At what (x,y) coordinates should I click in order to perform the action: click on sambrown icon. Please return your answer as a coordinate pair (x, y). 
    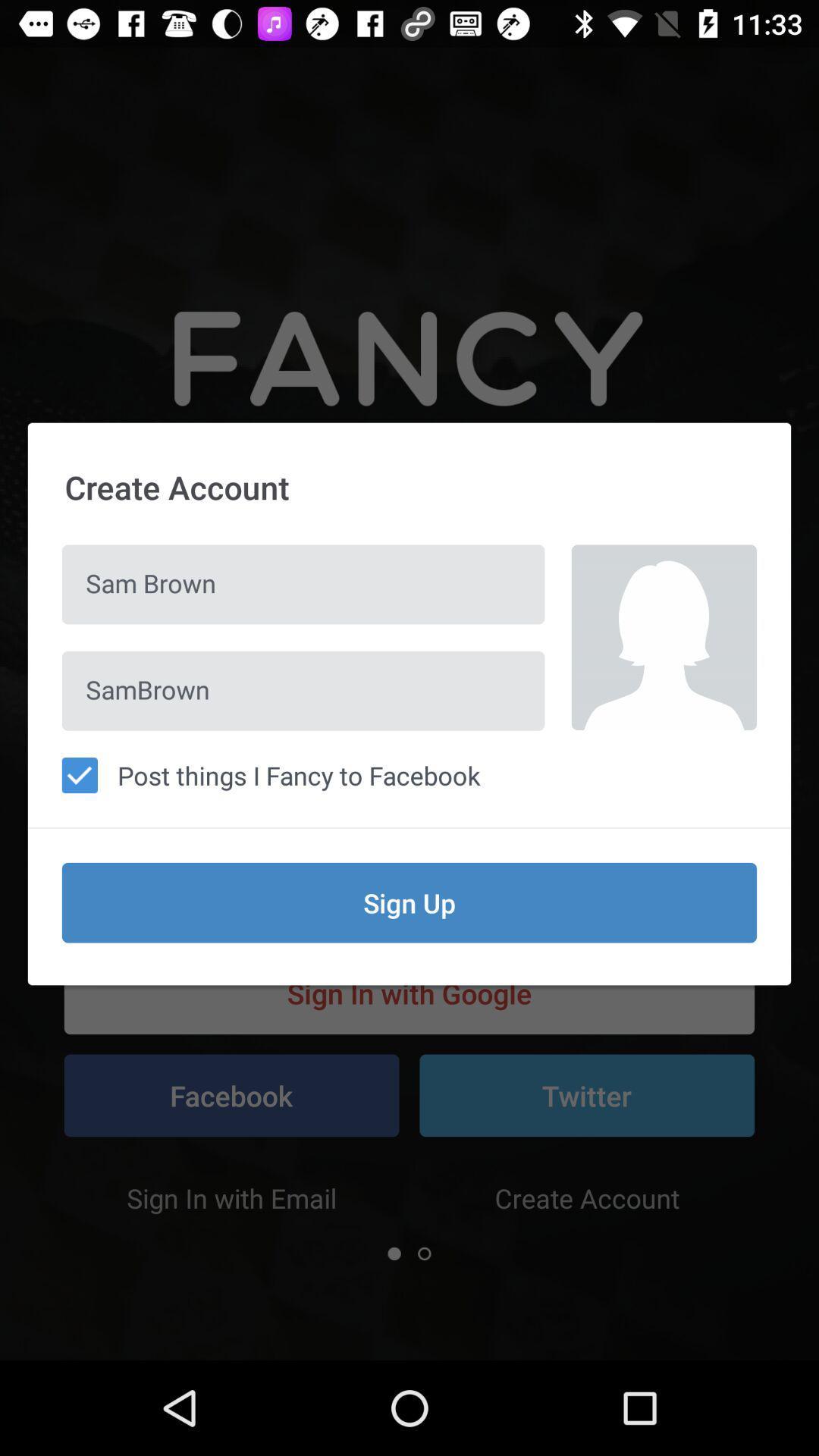
    Looking at the image, I should click on (303, 690).